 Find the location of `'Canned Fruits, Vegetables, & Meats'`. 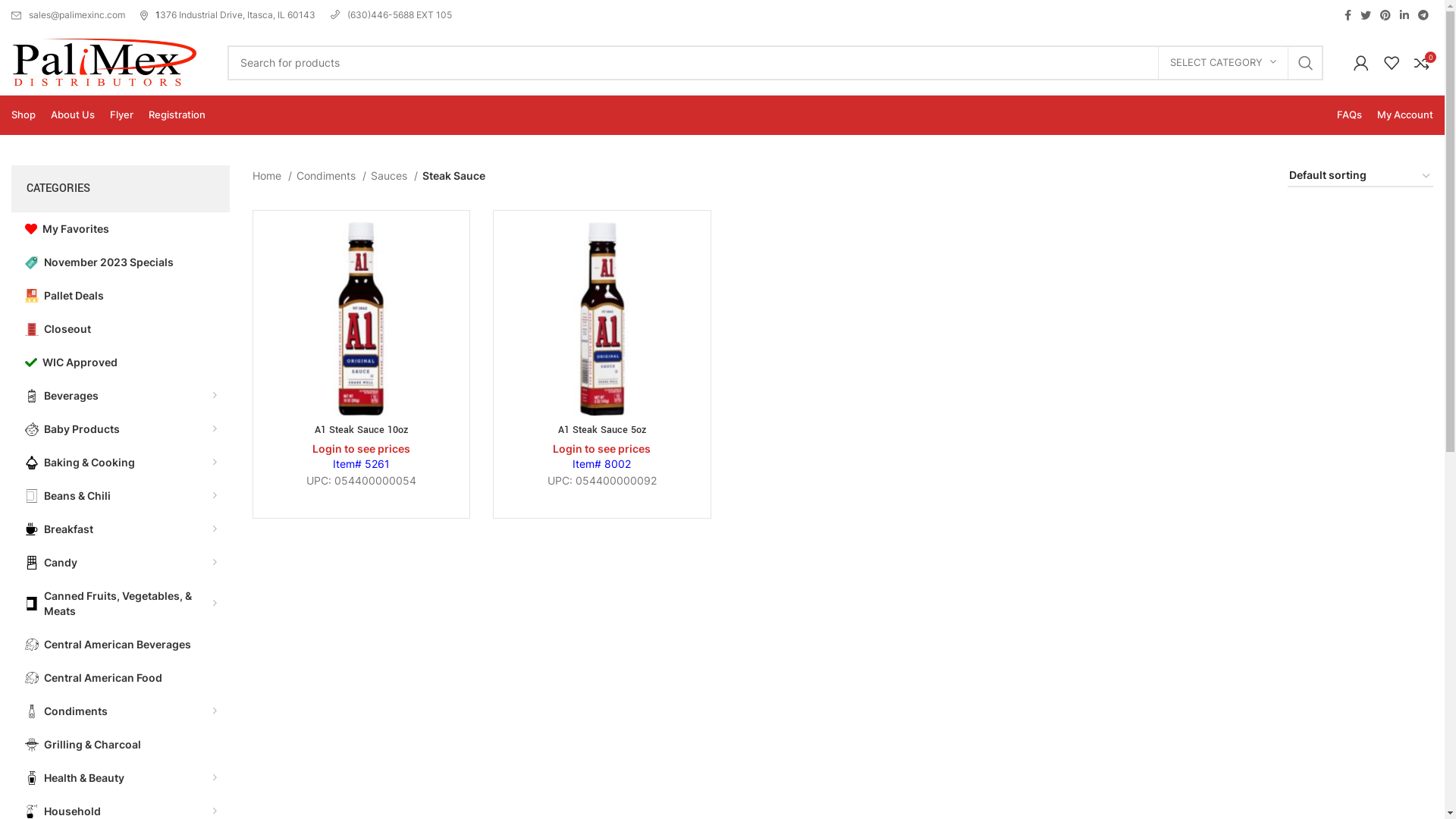

'Canned Fruits, Vegetables, & Meats' is located at coordinates (119, 602).